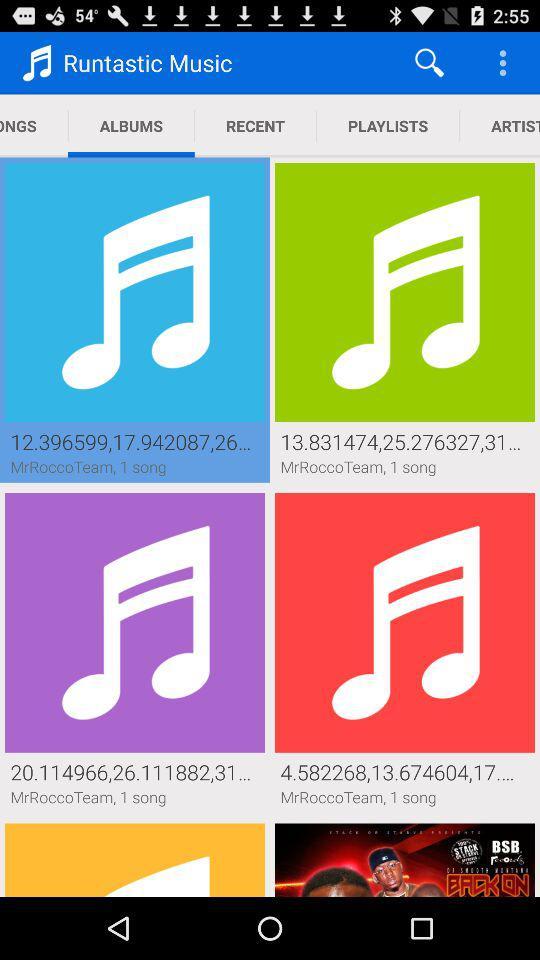 Image resolution: width=540 pixels, height=960 pixels. What do you see at coordinates (388, 125) in the screenshot?
I see `the item to the left of the artists app` at bounding box center [388, 125].